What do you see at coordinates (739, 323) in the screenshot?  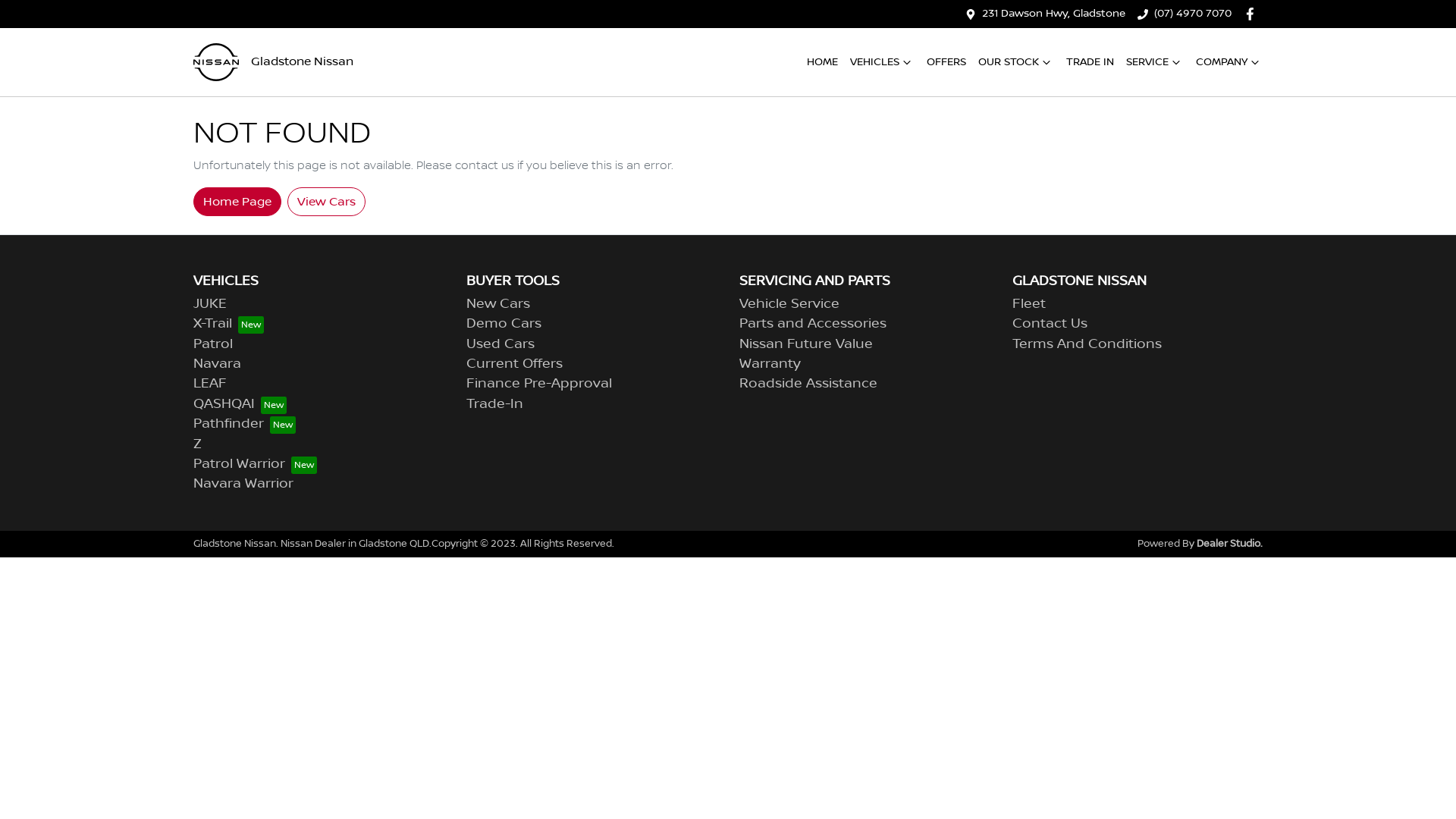 I see `'Parts and Accessories'` at bounding box center [739, 323].